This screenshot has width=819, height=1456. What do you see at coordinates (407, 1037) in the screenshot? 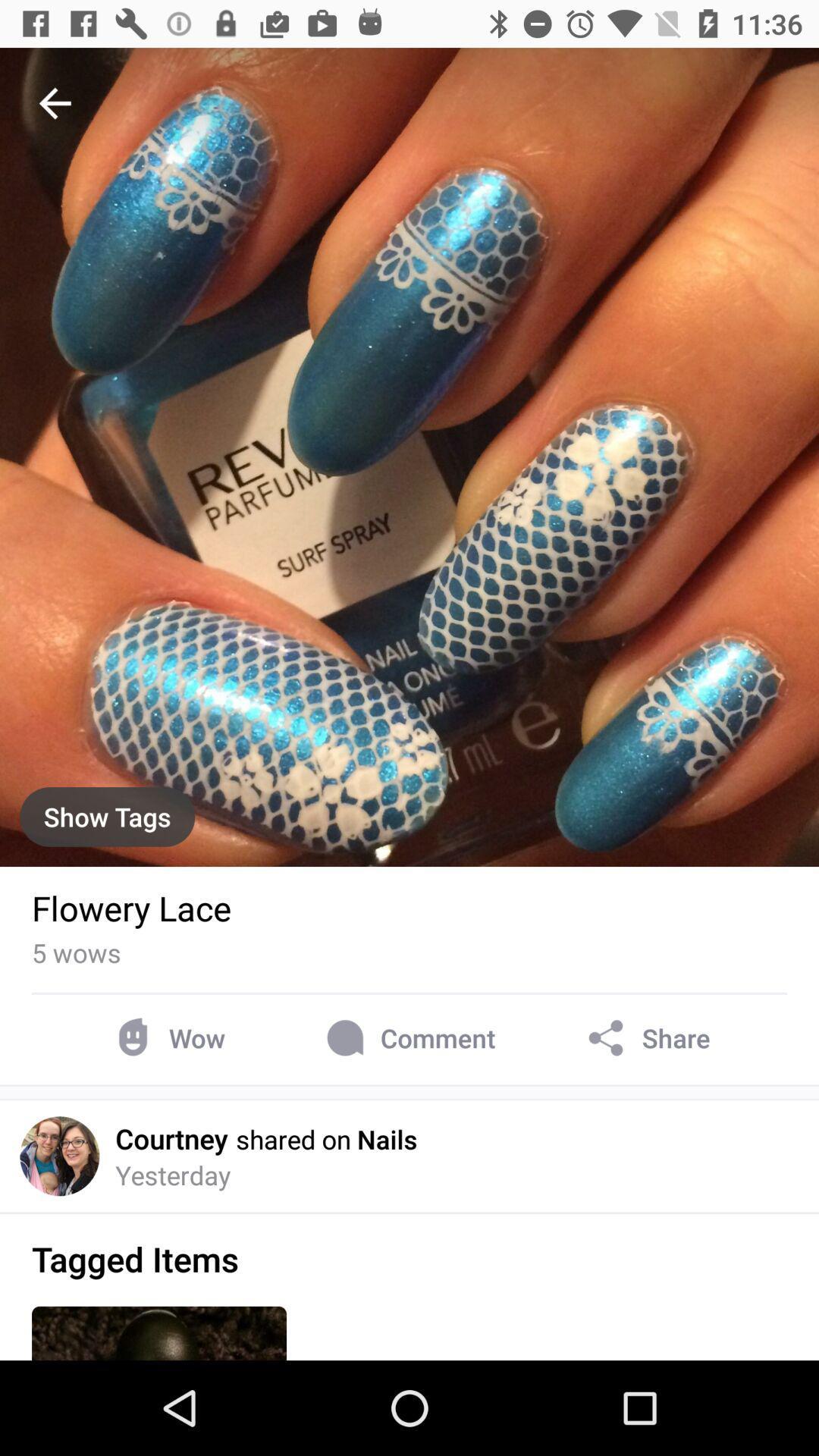
I see `item to the left of share` at bounding box center [407, 1037].